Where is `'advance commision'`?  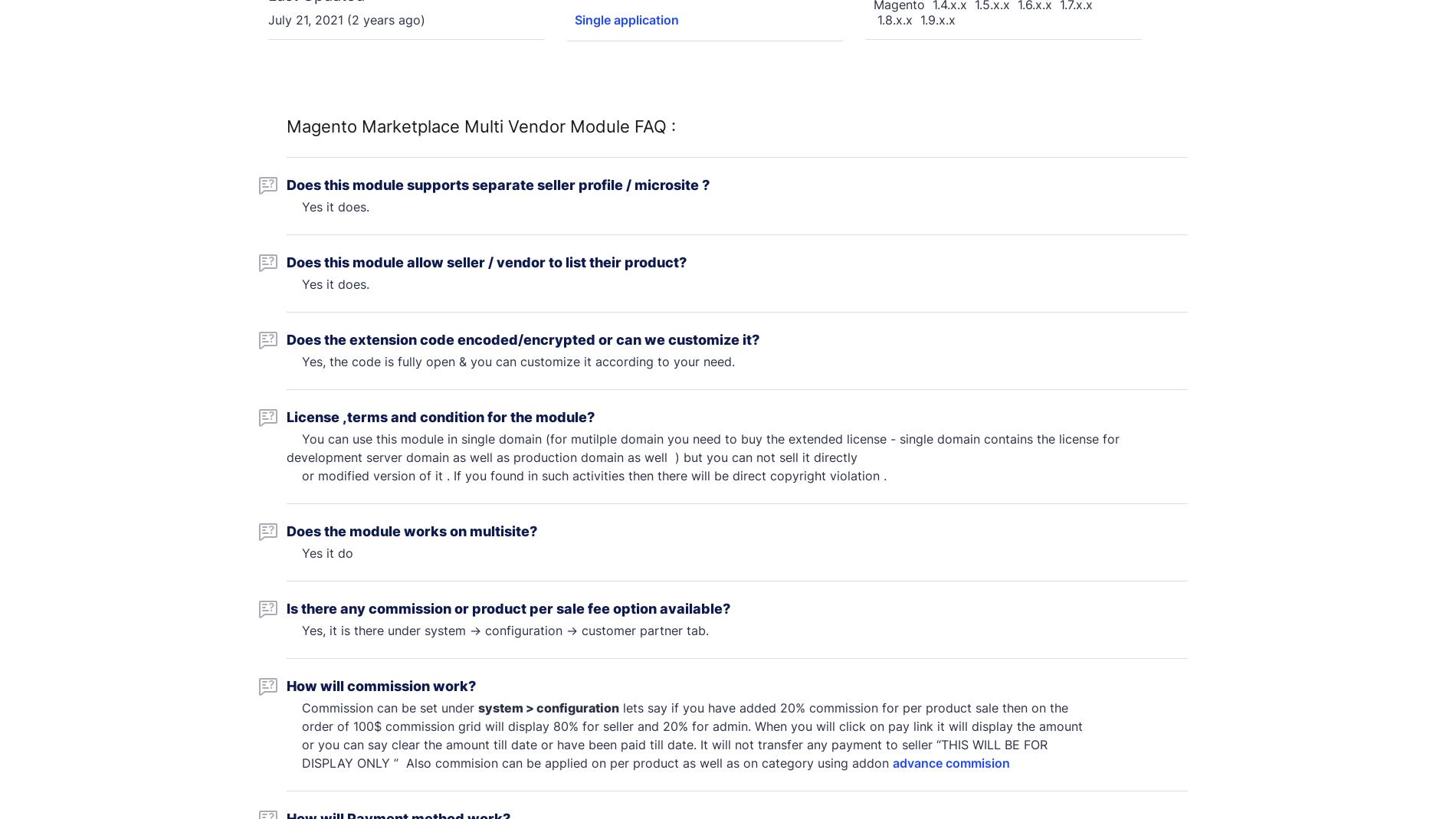 'advance commision' is located at coordinates (952, 762).